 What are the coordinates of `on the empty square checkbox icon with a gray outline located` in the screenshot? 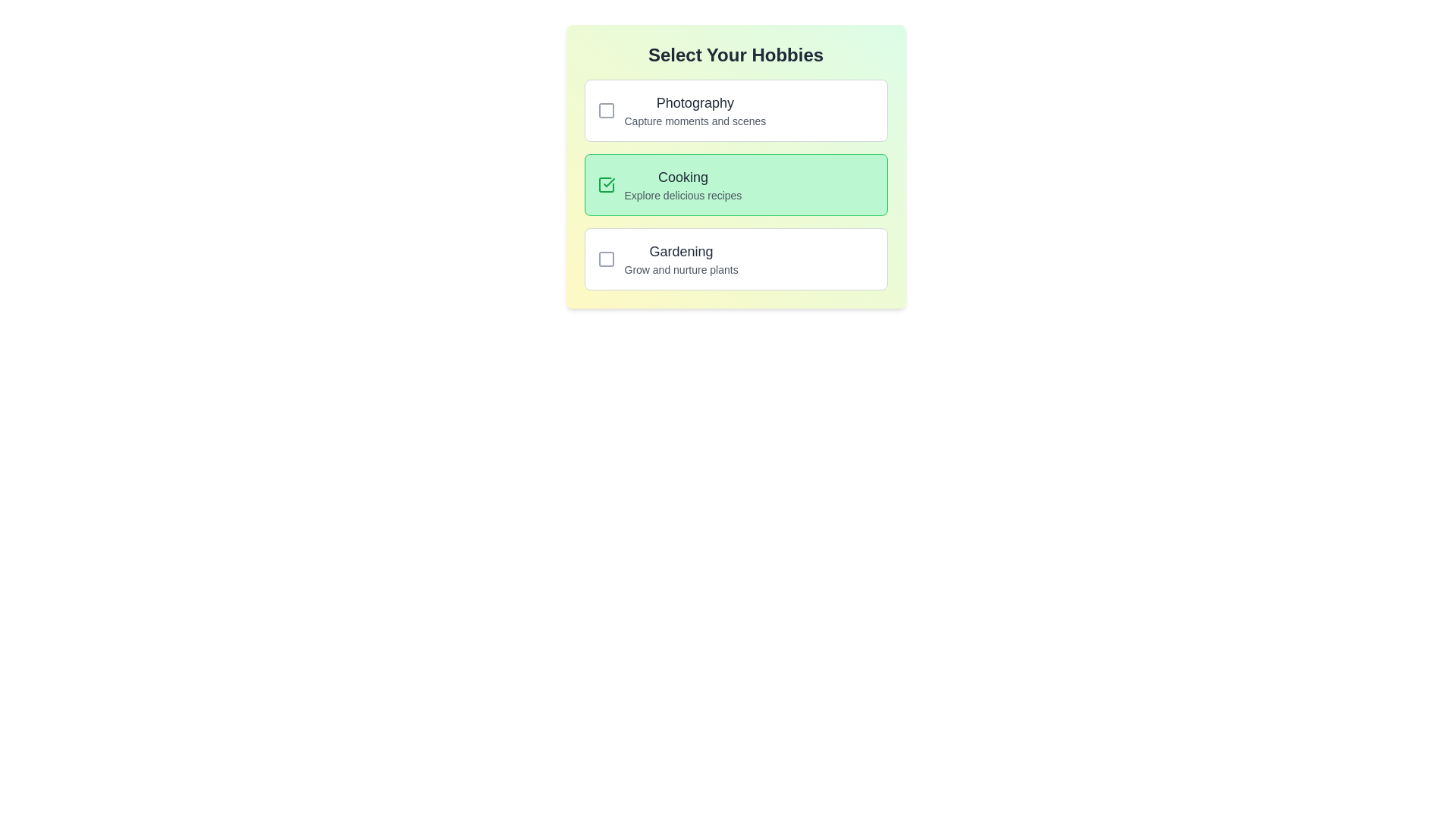 It's located at (605, 110).